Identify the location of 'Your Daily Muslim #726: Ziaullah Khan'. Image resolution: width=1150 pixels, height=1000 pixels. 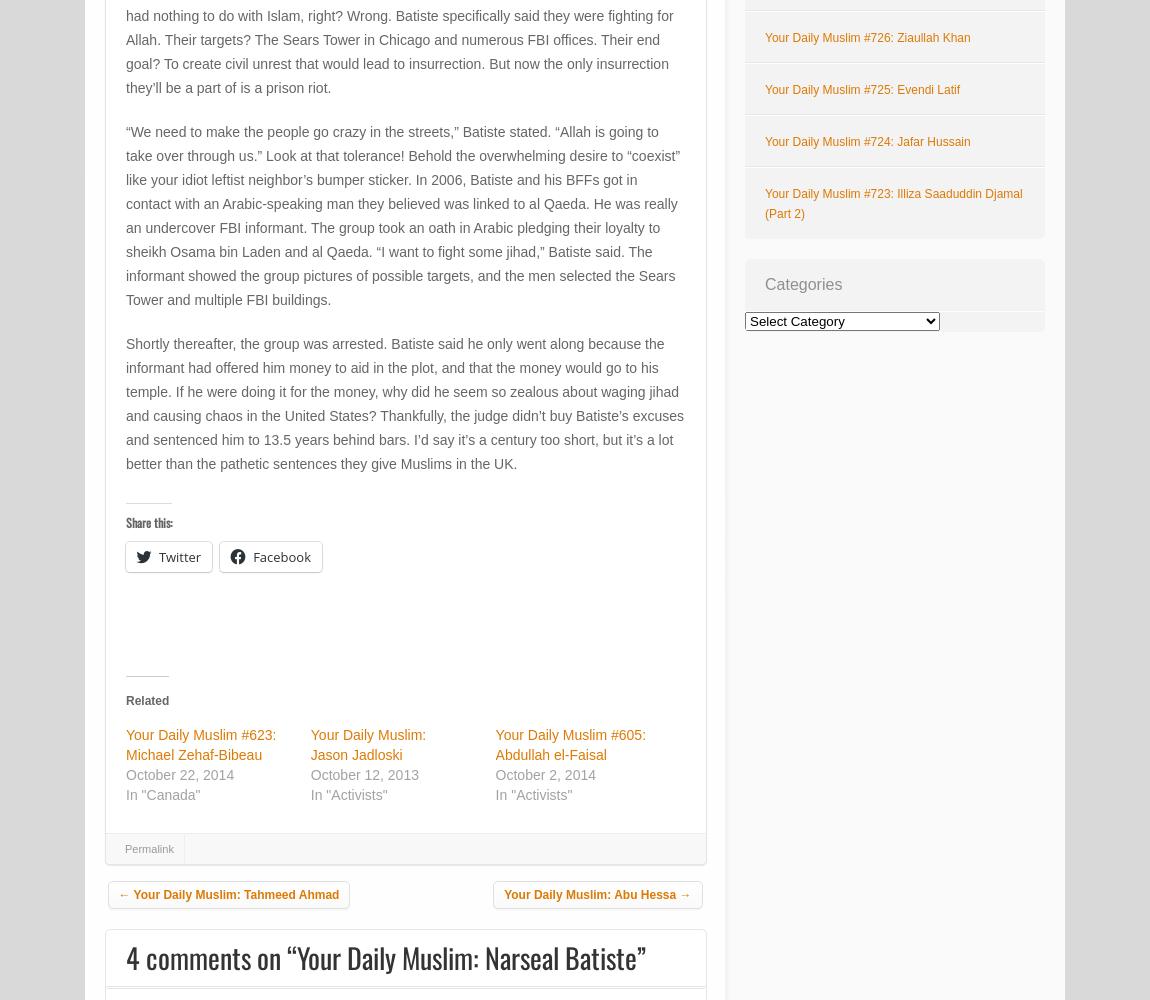
(867, 38).